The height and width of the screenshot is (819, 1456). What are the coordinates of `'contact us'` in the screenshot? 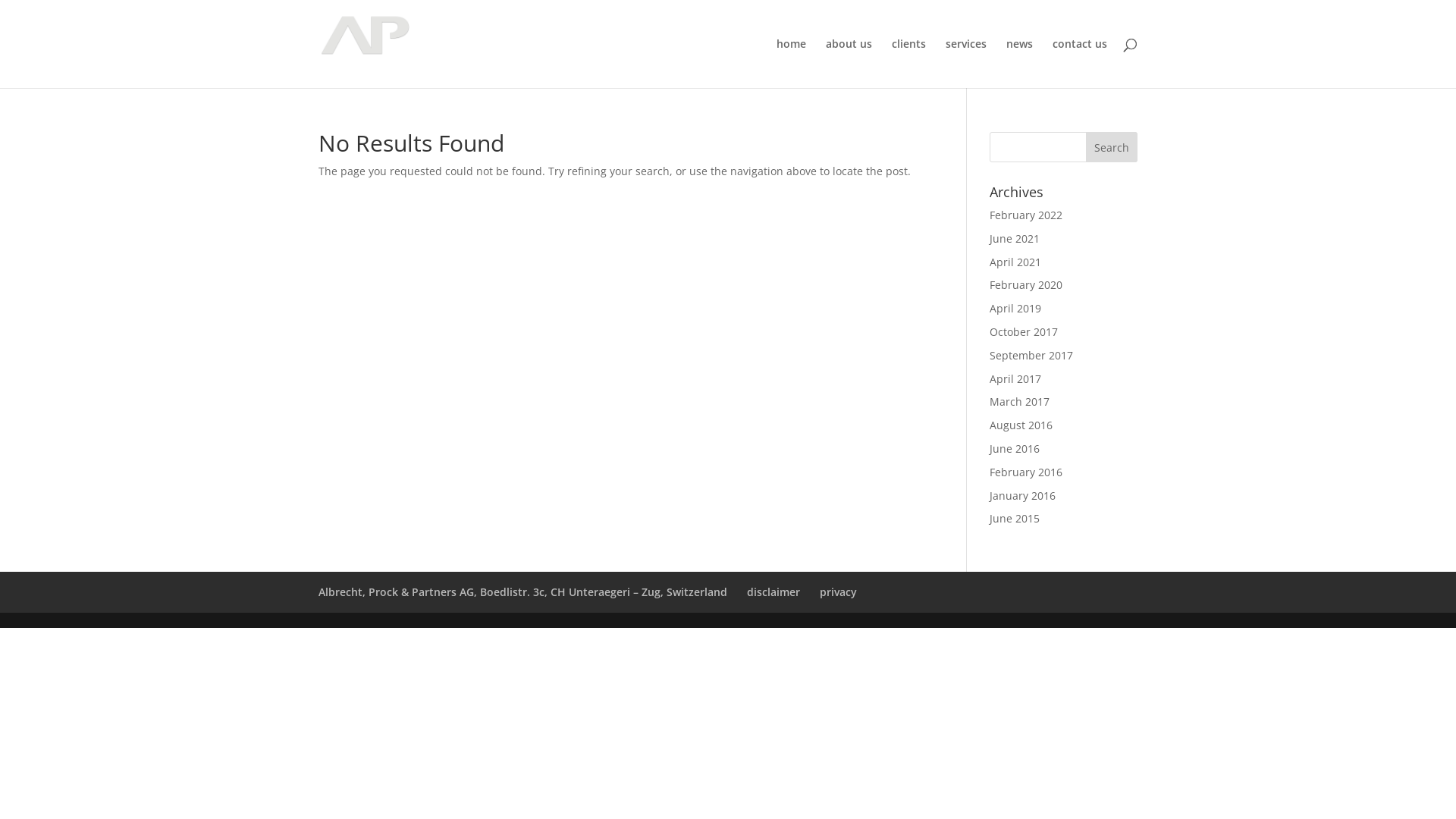 It's located at (1079, 62).